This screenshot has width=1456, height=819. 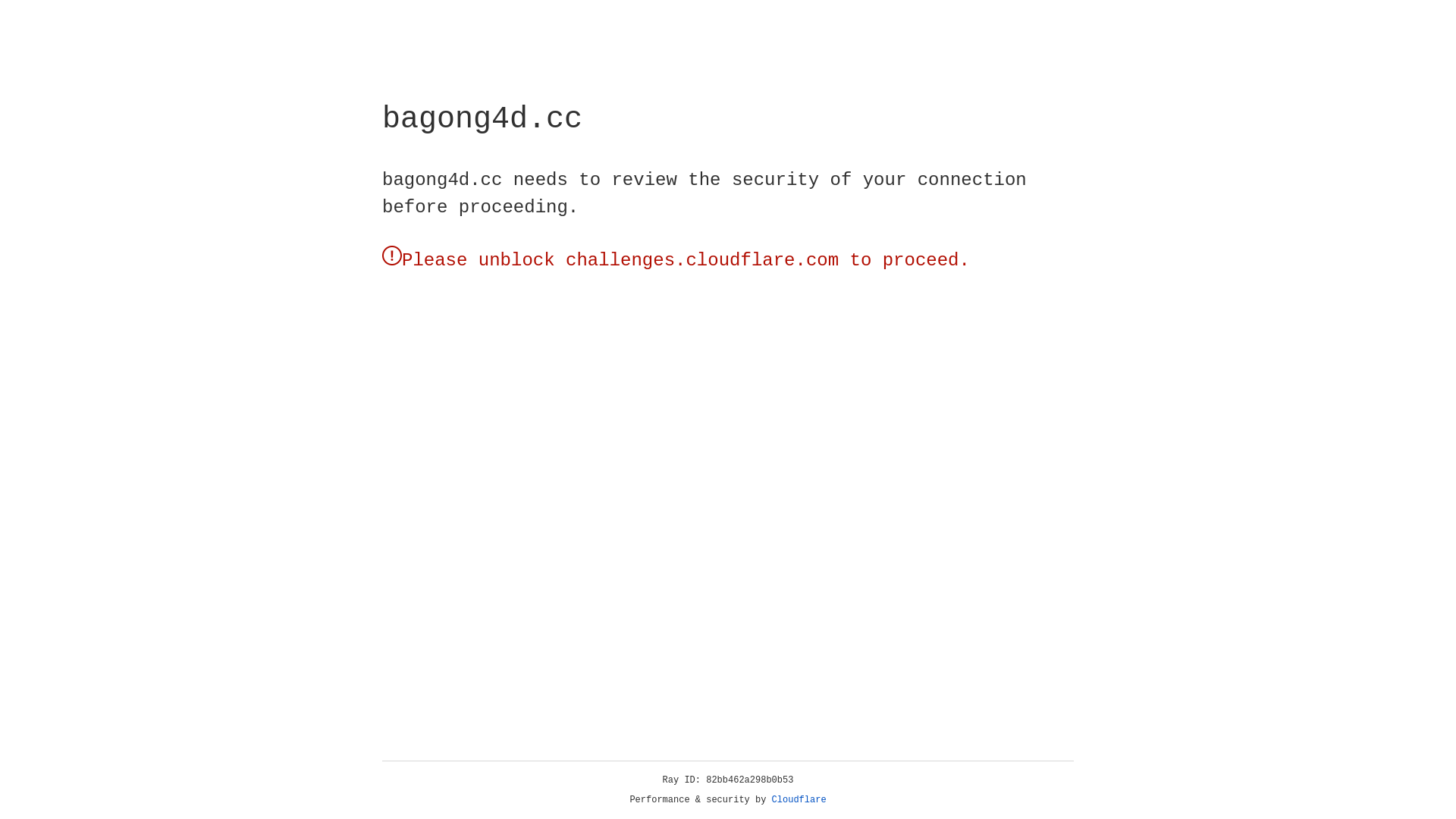 I want to click on 'Cloudflare', so click(x=799, y=799).